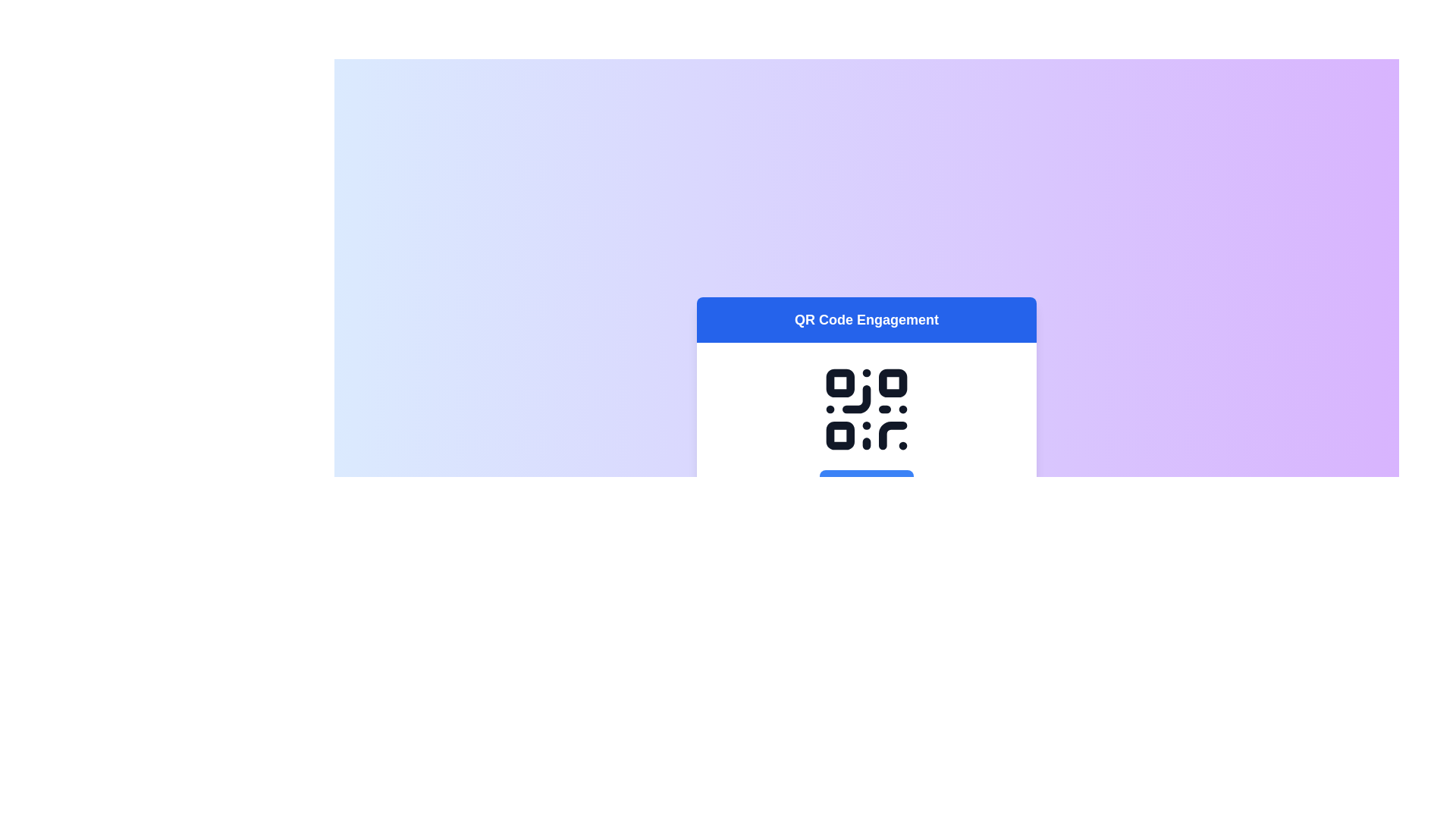  Describe the element at coordinates (866, 430) in the screenshot. I see `the static graphical representation of the QR code displayed below the title 'QR Code Engagement' and above the textual information section` at that location.